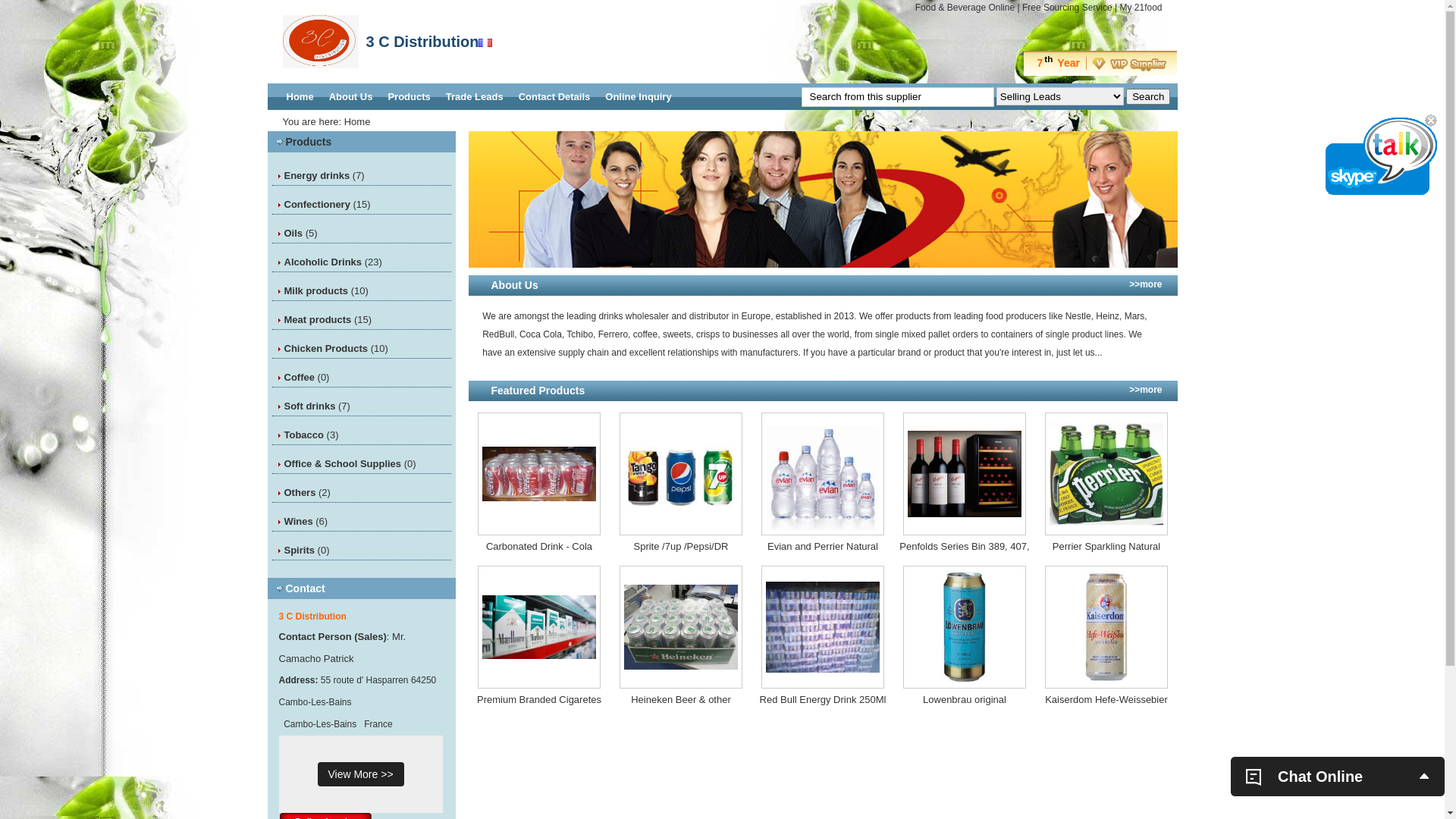  What do you see at coordinates (306, 492) in the screenshot?
I see `'Others (2)'` at bounding box center [306, 492].